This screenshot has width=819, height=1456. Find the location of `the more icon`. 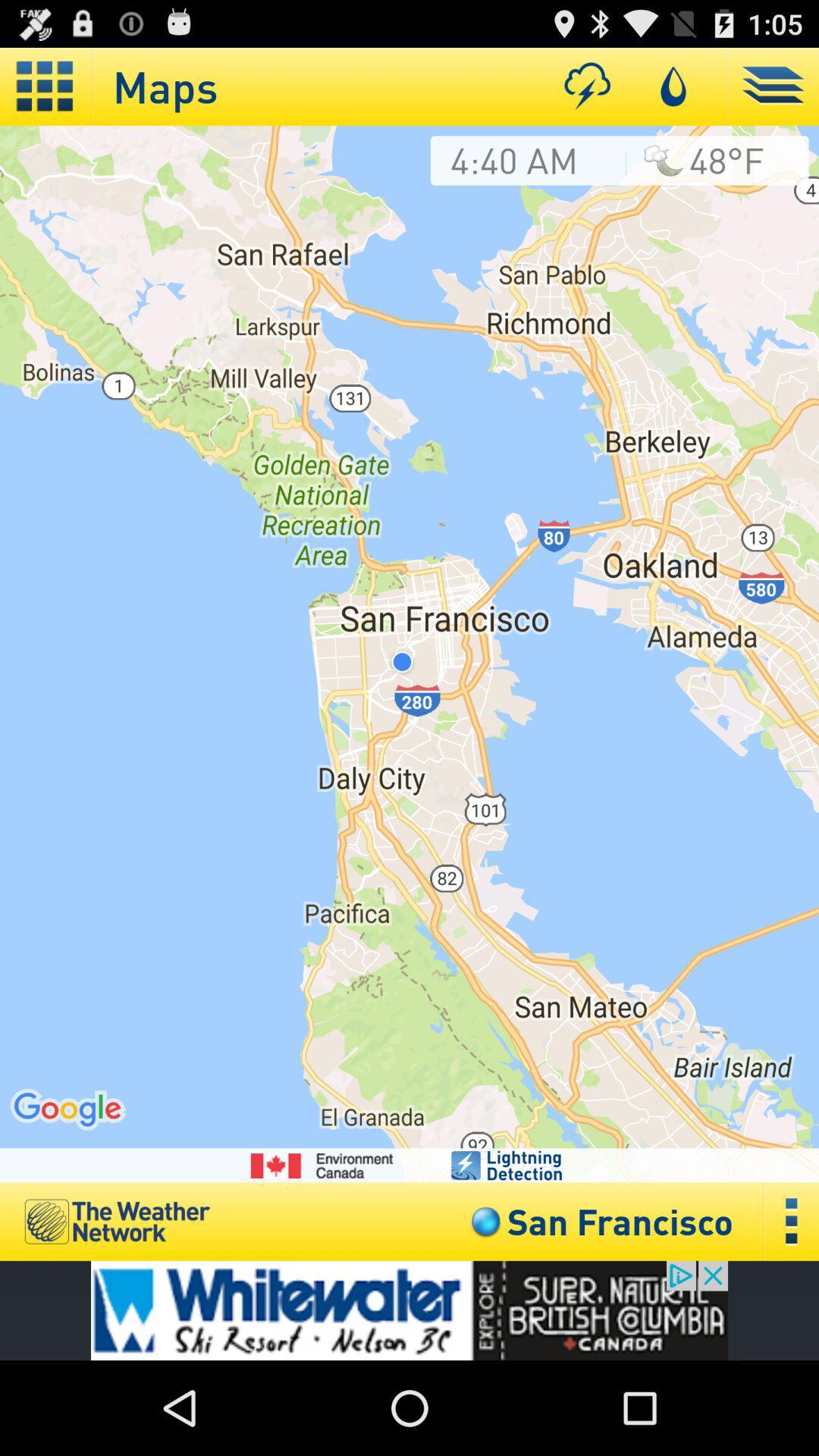

the more icon is located at coordinates (791, 1307).